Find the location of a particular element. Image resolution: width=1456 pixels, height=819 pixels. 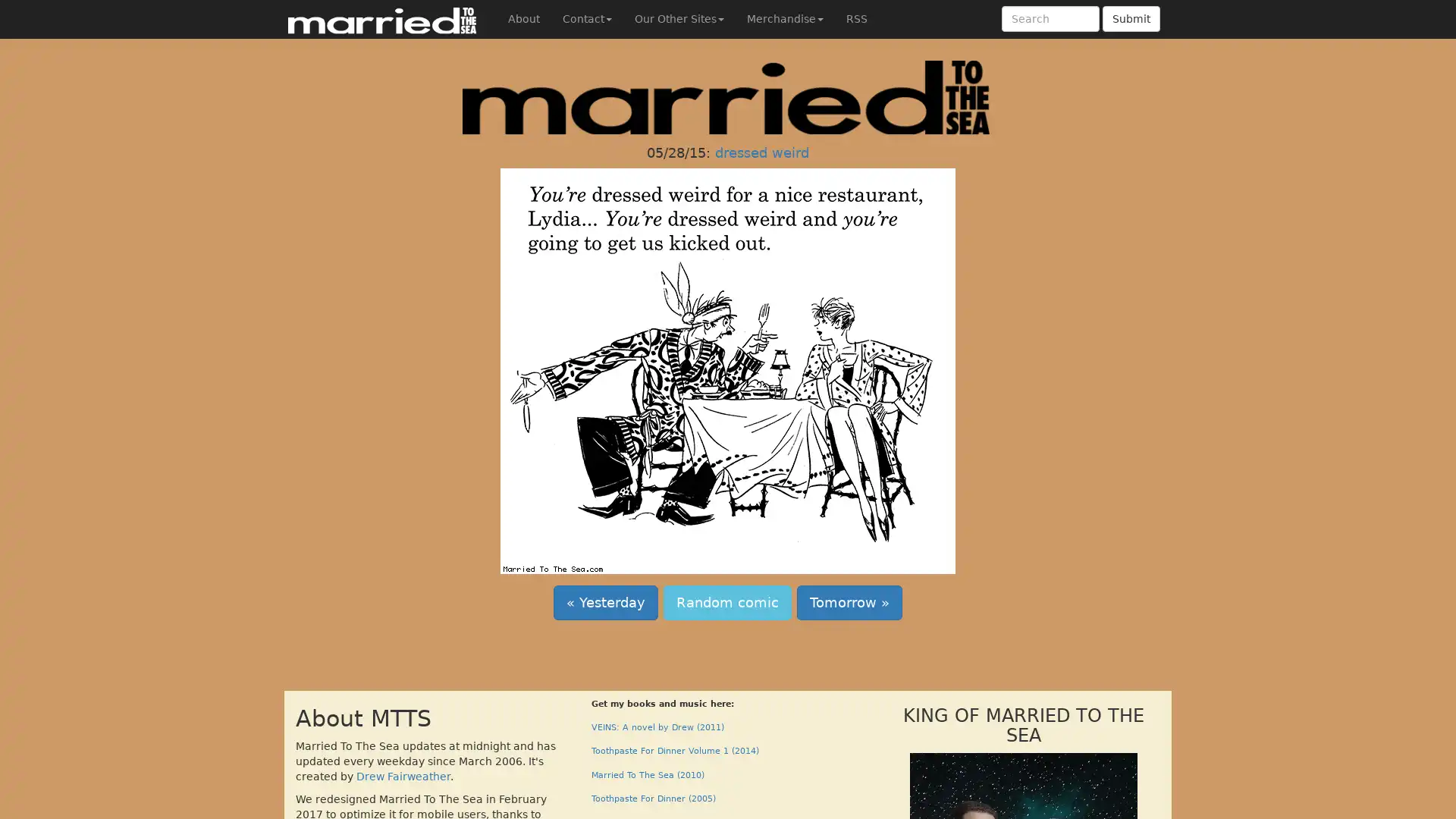

Submit is located at coordinates (1131, 18).